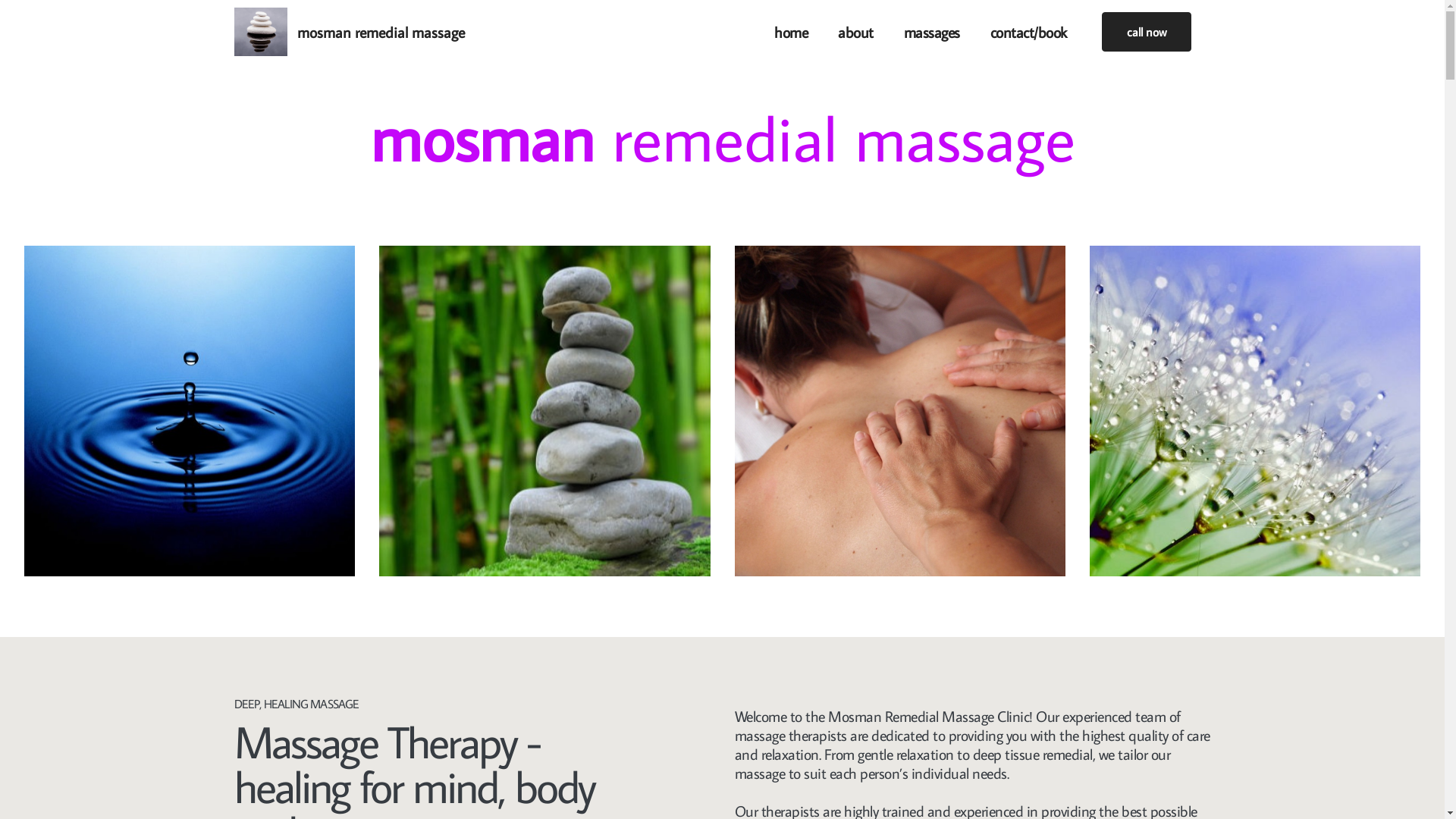 Image resolution: width=1456 pixels, height=819 pixels. I want to click on 'about', so click(855, 32).